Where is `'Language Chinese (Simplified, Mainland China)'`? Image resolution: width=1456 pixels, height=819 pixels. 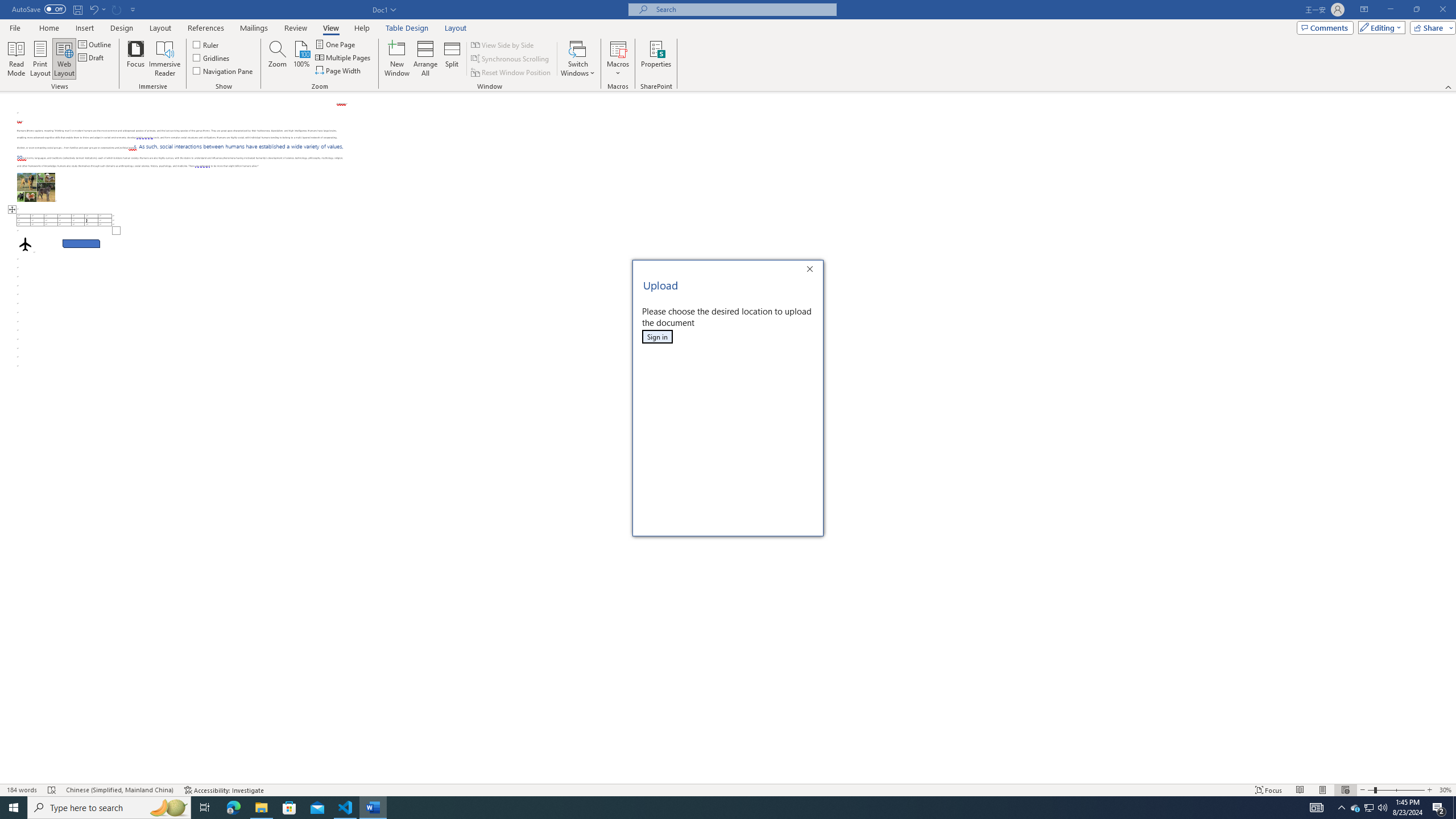 'Language Chinese (Simplified, Mainland China)' is located at coordinates (118, 790).